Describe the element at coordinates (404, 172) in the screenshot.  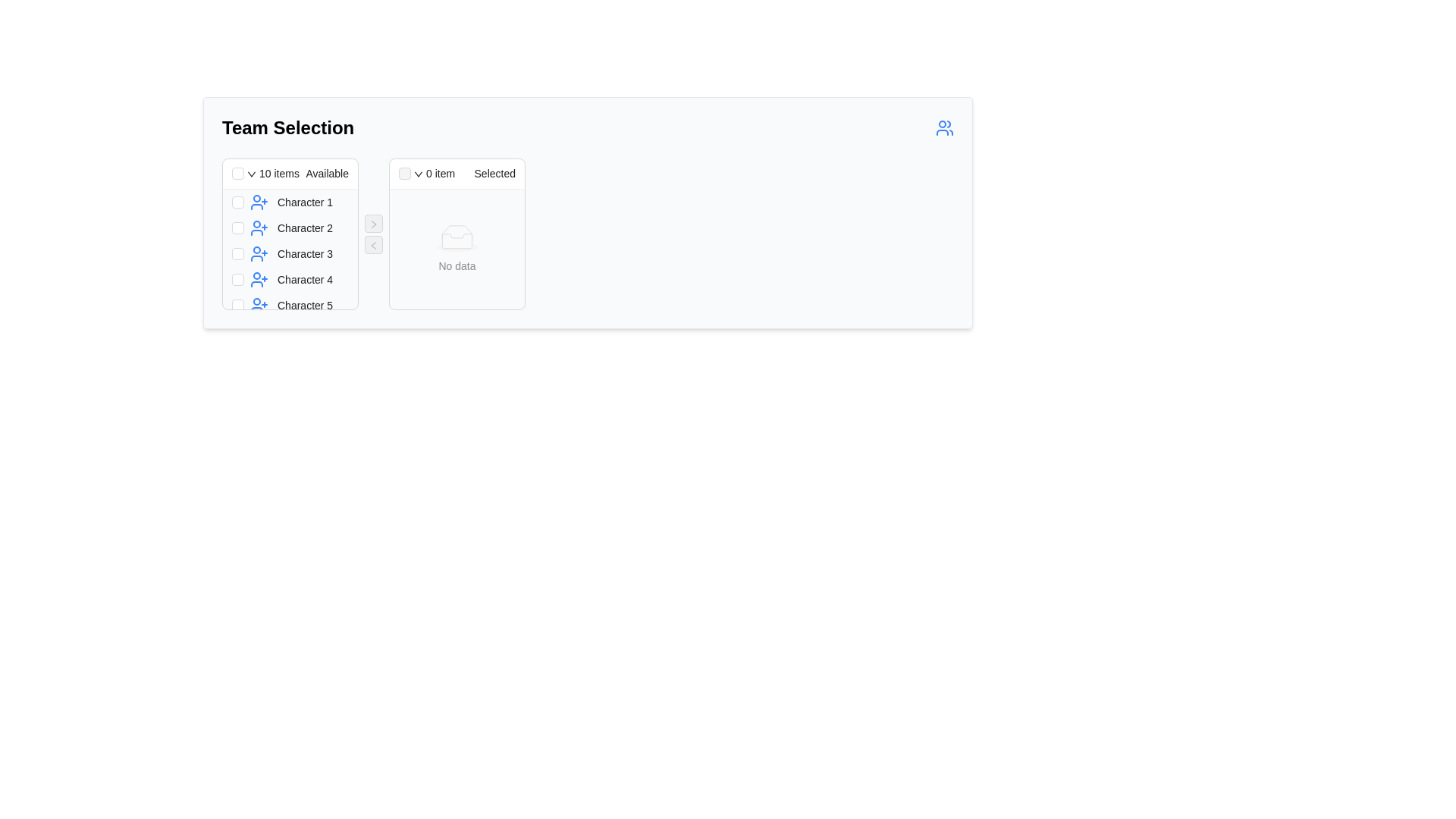
I see `the disabled checkbox located at the leftmost position in the header of the 'Selected' section, which indicates no items are selected and is above the 'No data' placeholder` at that location.